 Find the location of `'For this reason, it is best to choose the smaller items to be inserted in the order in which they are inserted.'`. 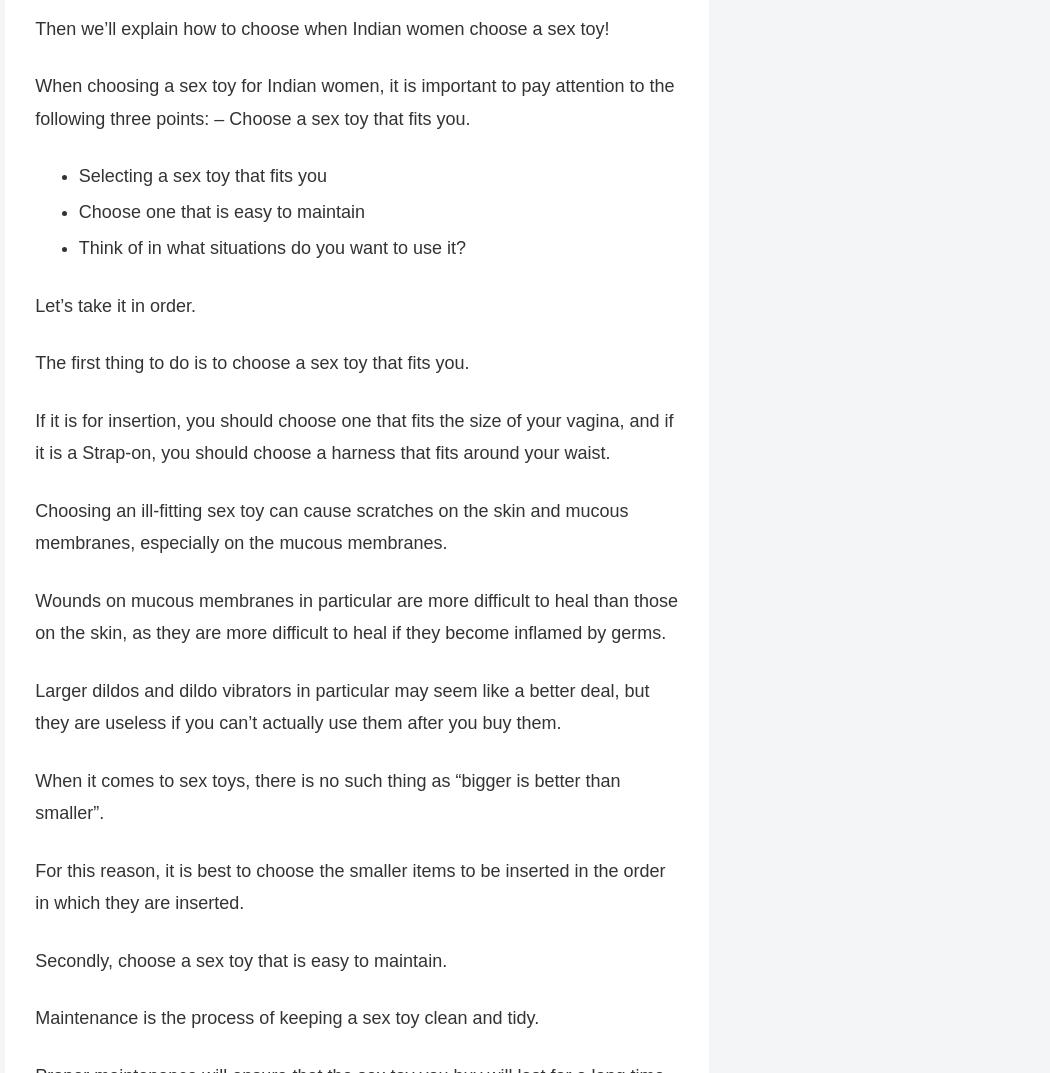

'For this reason, it is best to choose the smaller items to be inserted in the order in which they are inserted.' is located at coordinates (348, 887).